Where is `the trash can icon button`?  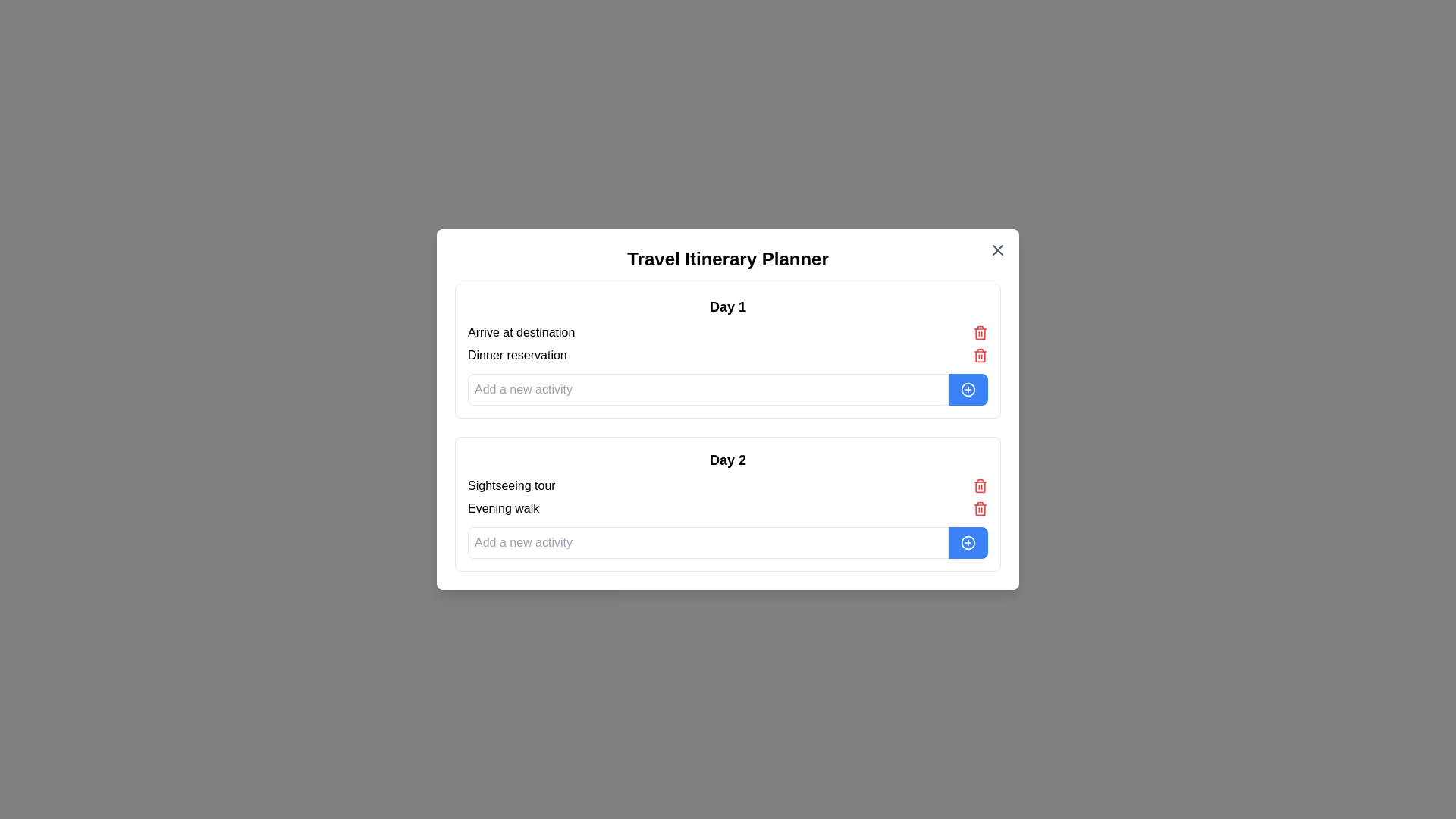
the trash can icon button is located at coordinates (980, 356).